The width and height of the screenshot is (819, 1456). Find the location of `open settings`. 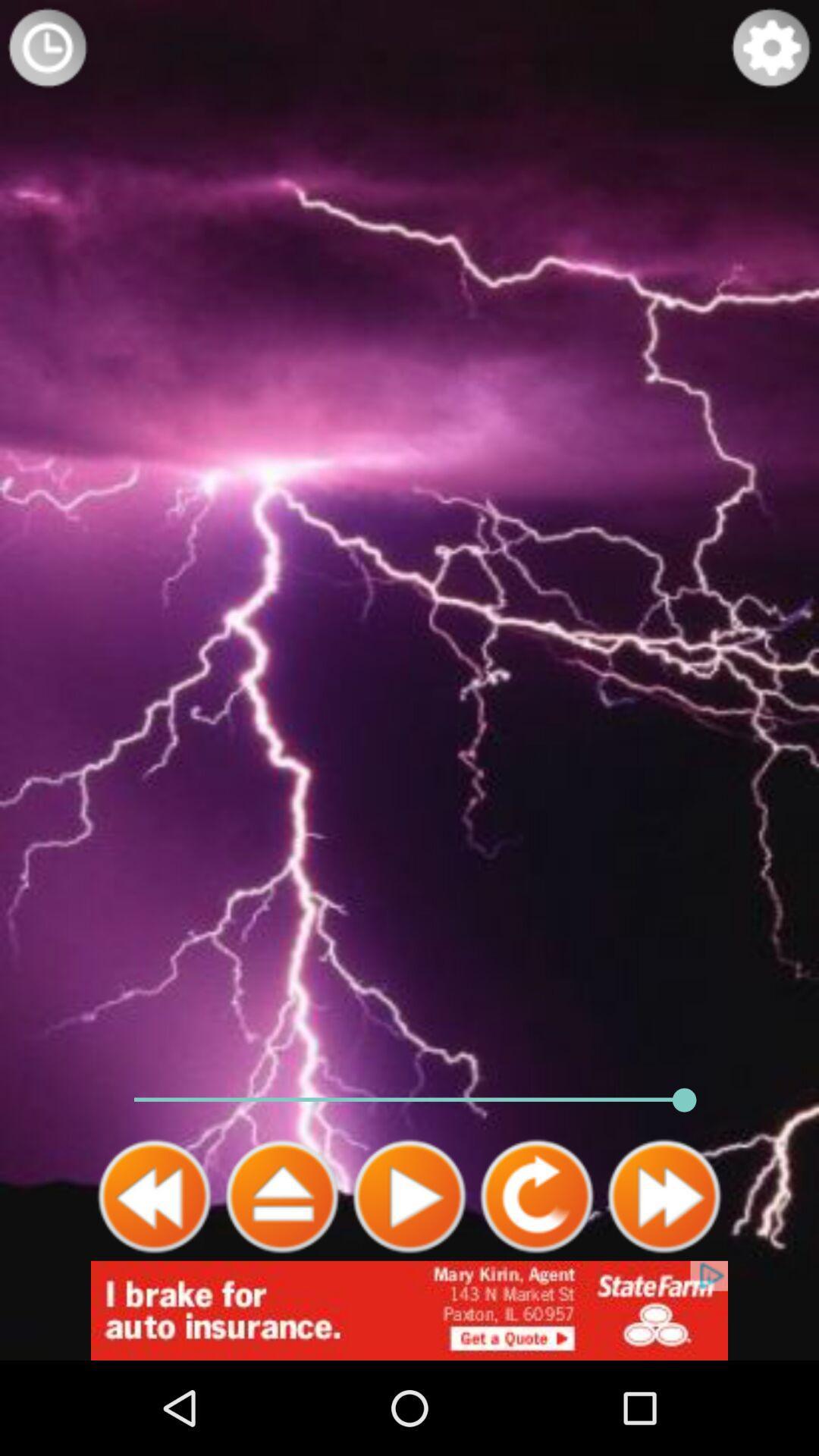

open settings is located at coordinates (771, 47).